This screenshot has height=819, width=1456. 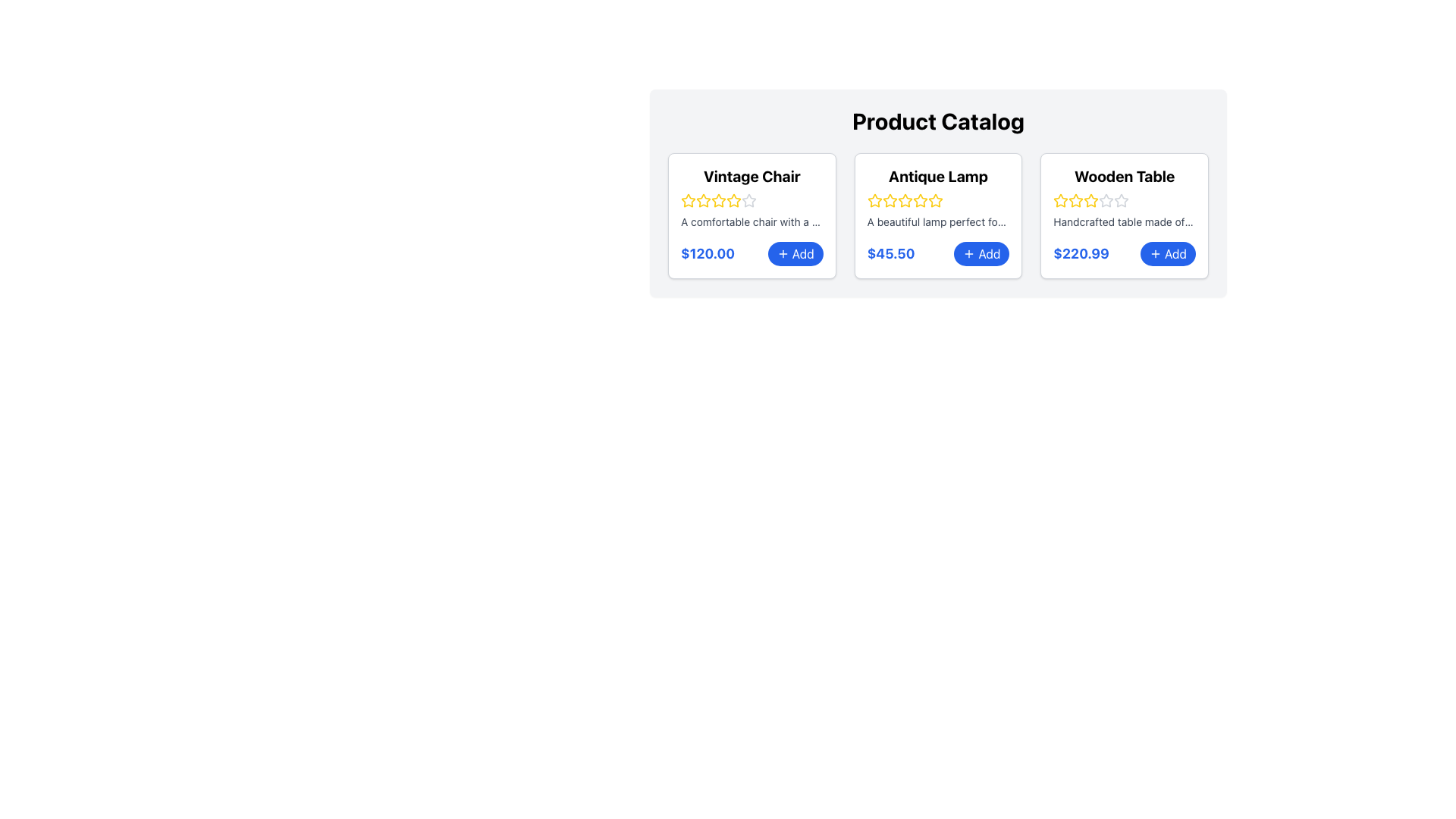 What do you see at coordinates (702, 200) in the screenshot?
I see `the second star icon` at bounding box center [702, 200].